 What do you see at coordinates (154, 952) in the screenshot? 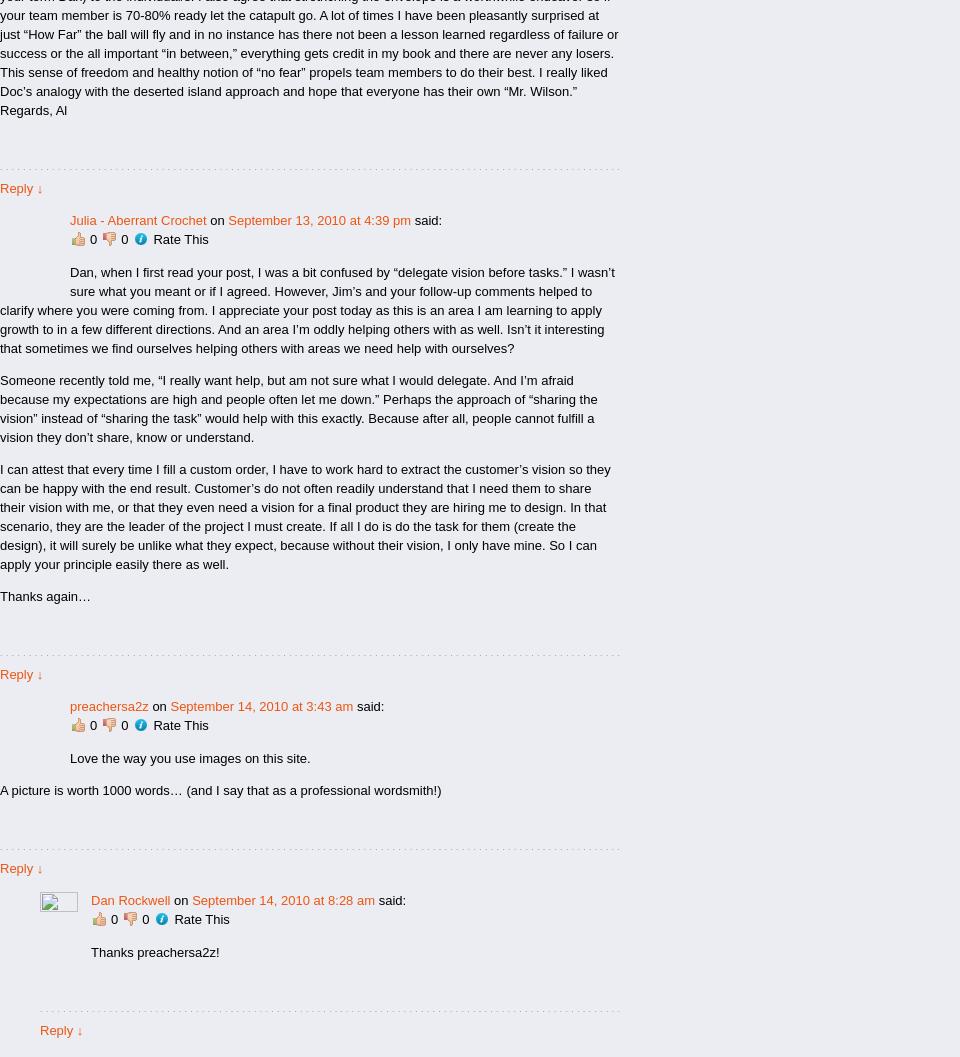
I see `'Thanks preachersa2z!'` at bounding box center [154, 952].